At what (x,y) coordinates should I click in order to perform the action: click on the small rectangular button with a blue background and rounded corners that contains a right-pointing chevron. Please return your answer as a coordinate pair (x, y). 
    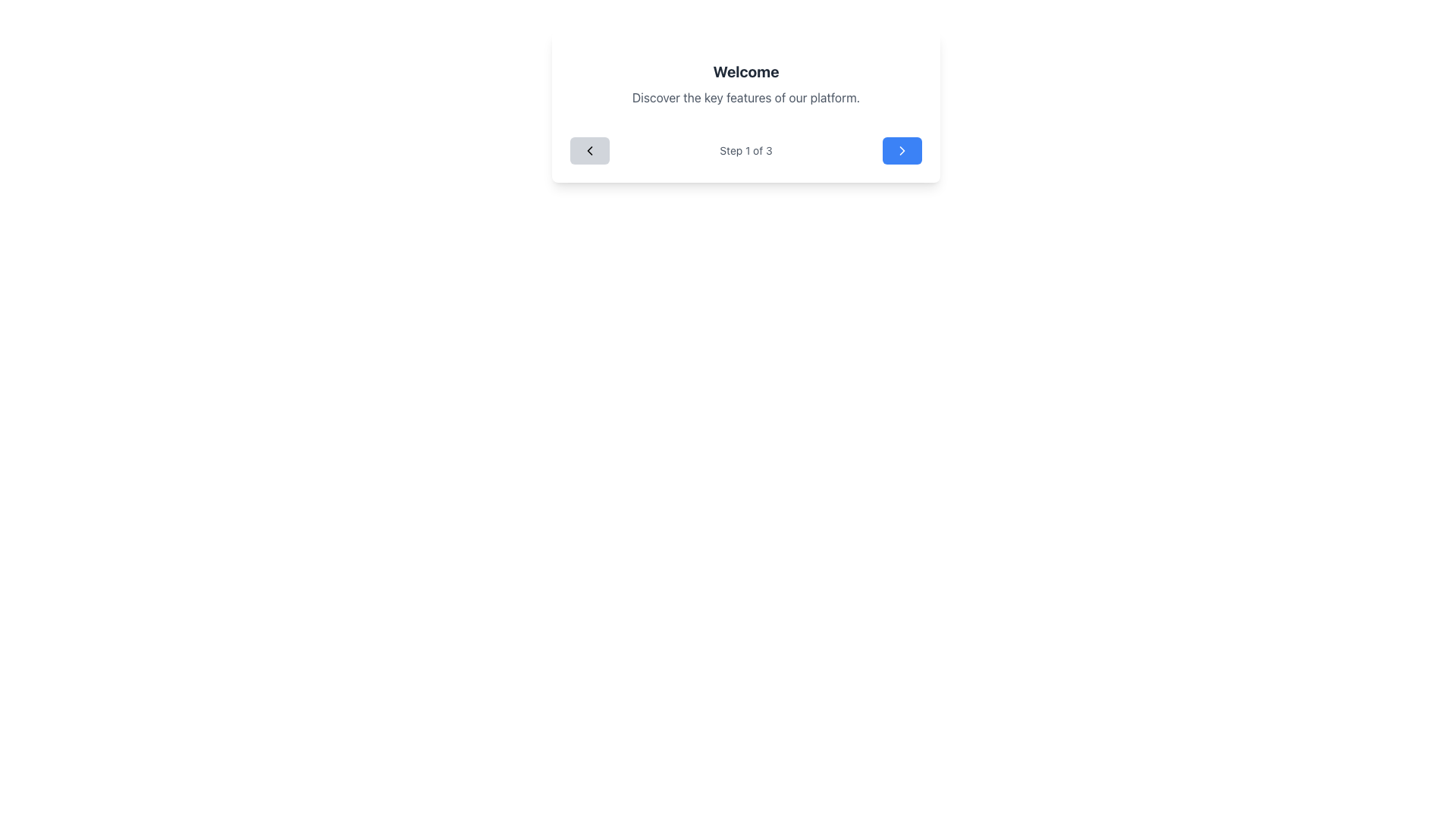
    Looking at the image, I should click on (902, 151).